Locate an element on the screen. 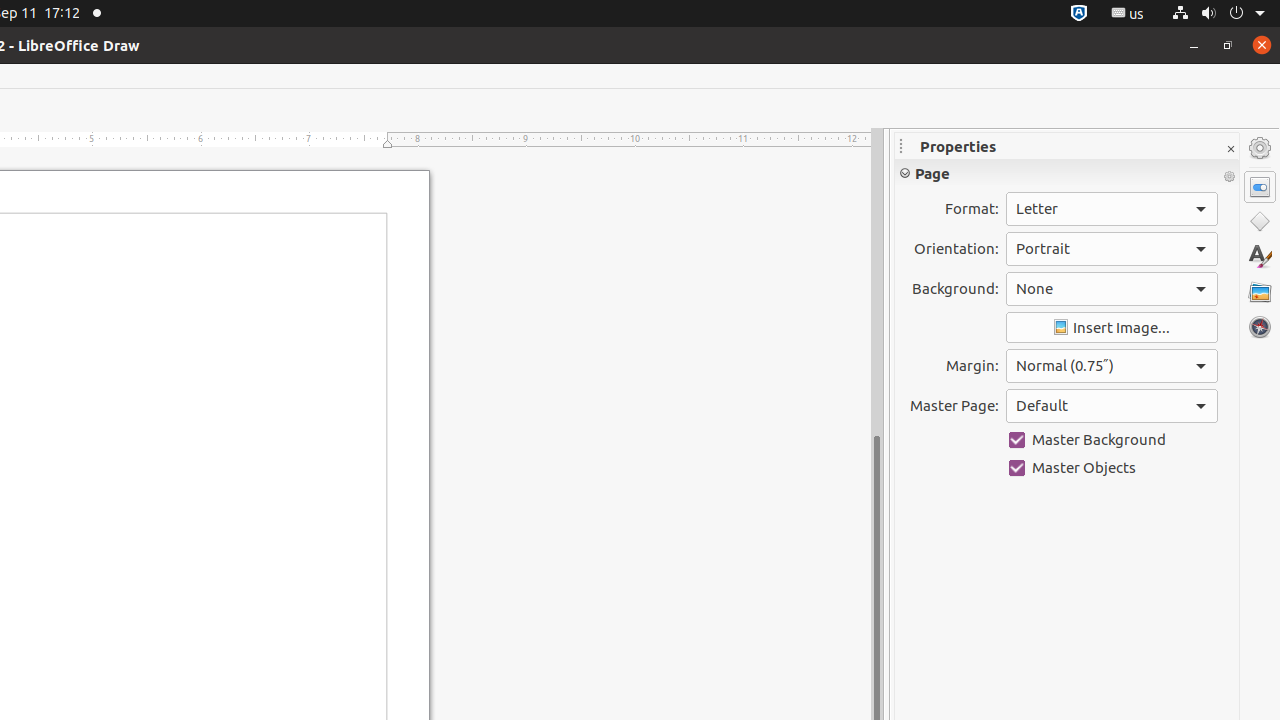 The width and height of the screenshot is (1280, 720). 'Master Background' is located at coordinates (1110, 438).